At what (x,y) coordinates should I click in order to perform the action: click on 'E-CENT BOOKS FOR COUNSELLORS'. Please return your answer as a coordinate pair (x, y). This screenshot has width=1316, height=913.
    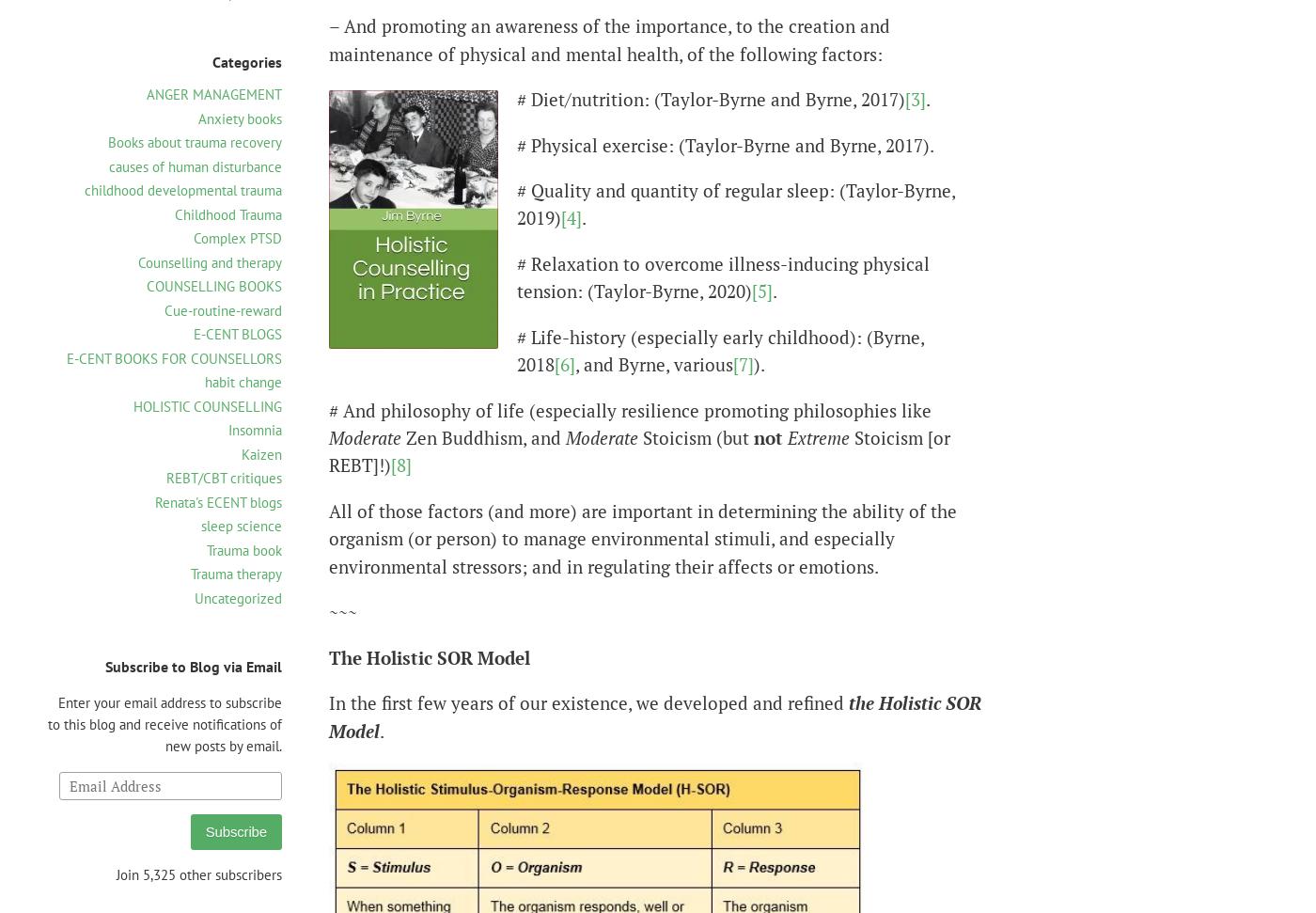
    Looking at the image, I should click on (174, 356).